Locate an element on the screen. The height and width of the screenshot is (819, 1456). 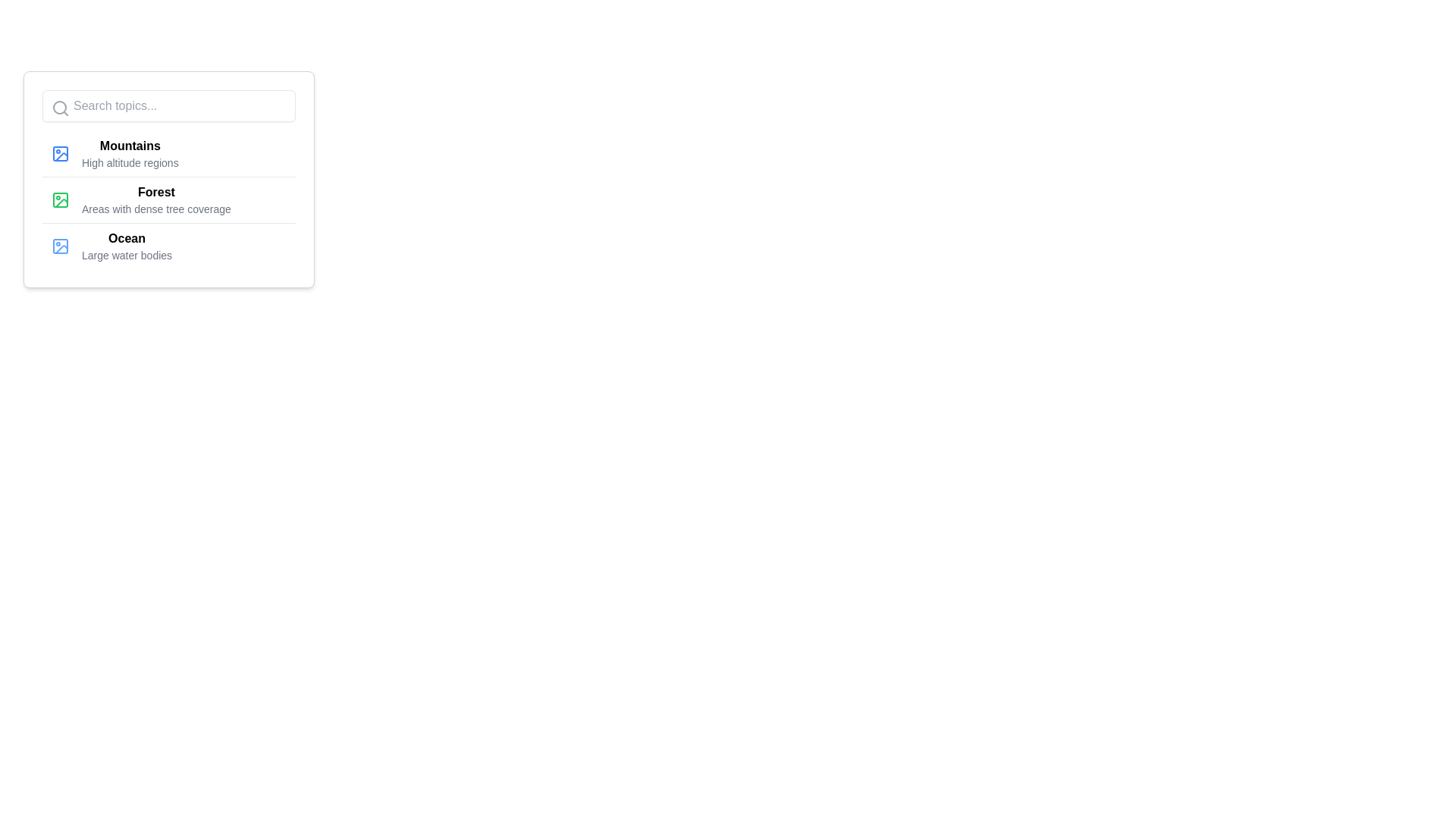
the text label that provides additional descriptive information about the 'Forest' category, located below the title 'Forest' in the left panel of the interface is located at coordinates (156, 209).